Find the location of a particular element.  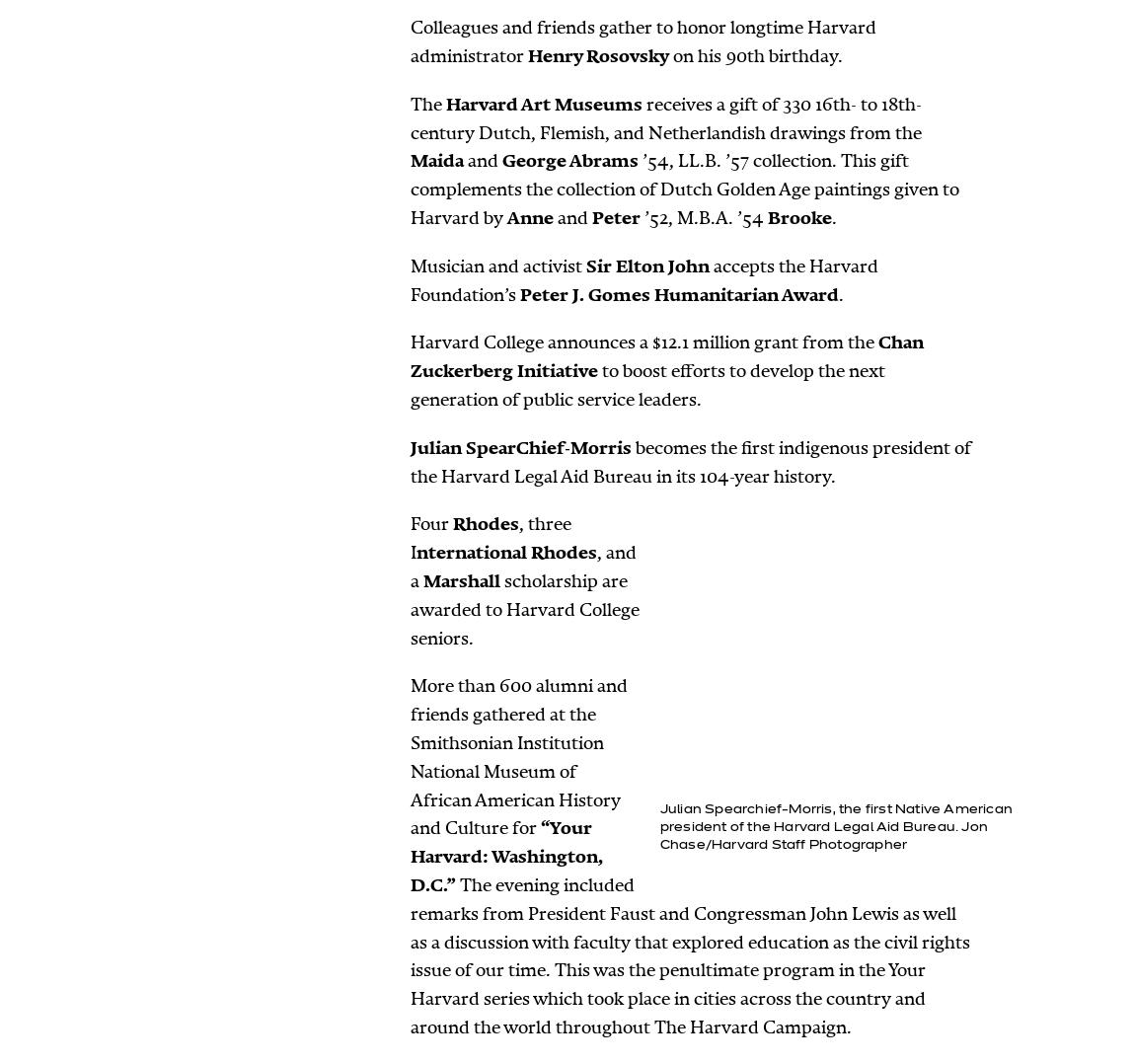

'Peter' is located at coordinates (590, 217).